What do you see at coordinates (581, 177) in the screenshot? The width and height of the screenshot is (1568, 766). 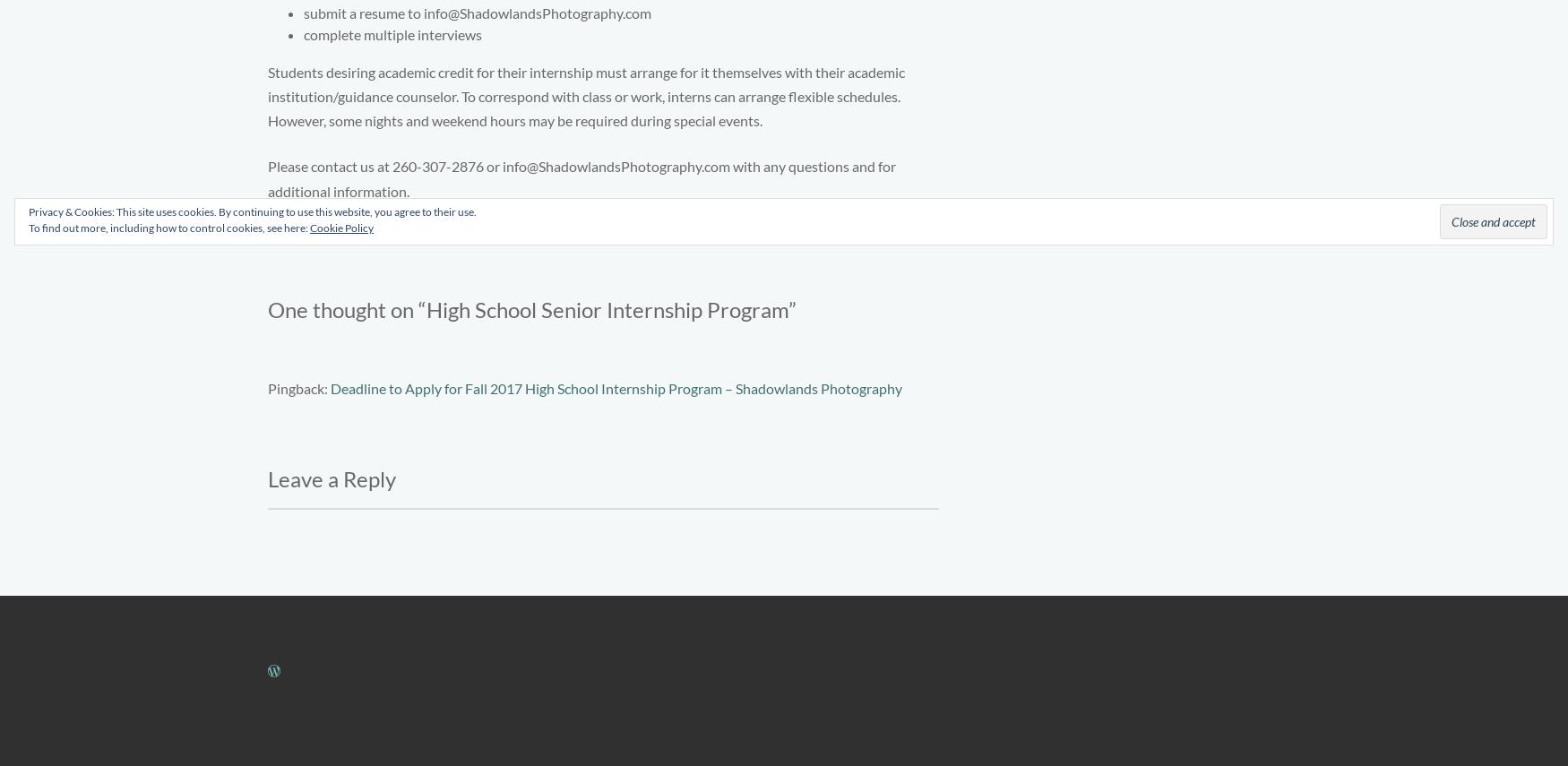 I see `'Please contact us at 260-307-2876 or info@ShadowlandsPhotography.com with any questions and for additional information.'` at bounding box center [581, 177].